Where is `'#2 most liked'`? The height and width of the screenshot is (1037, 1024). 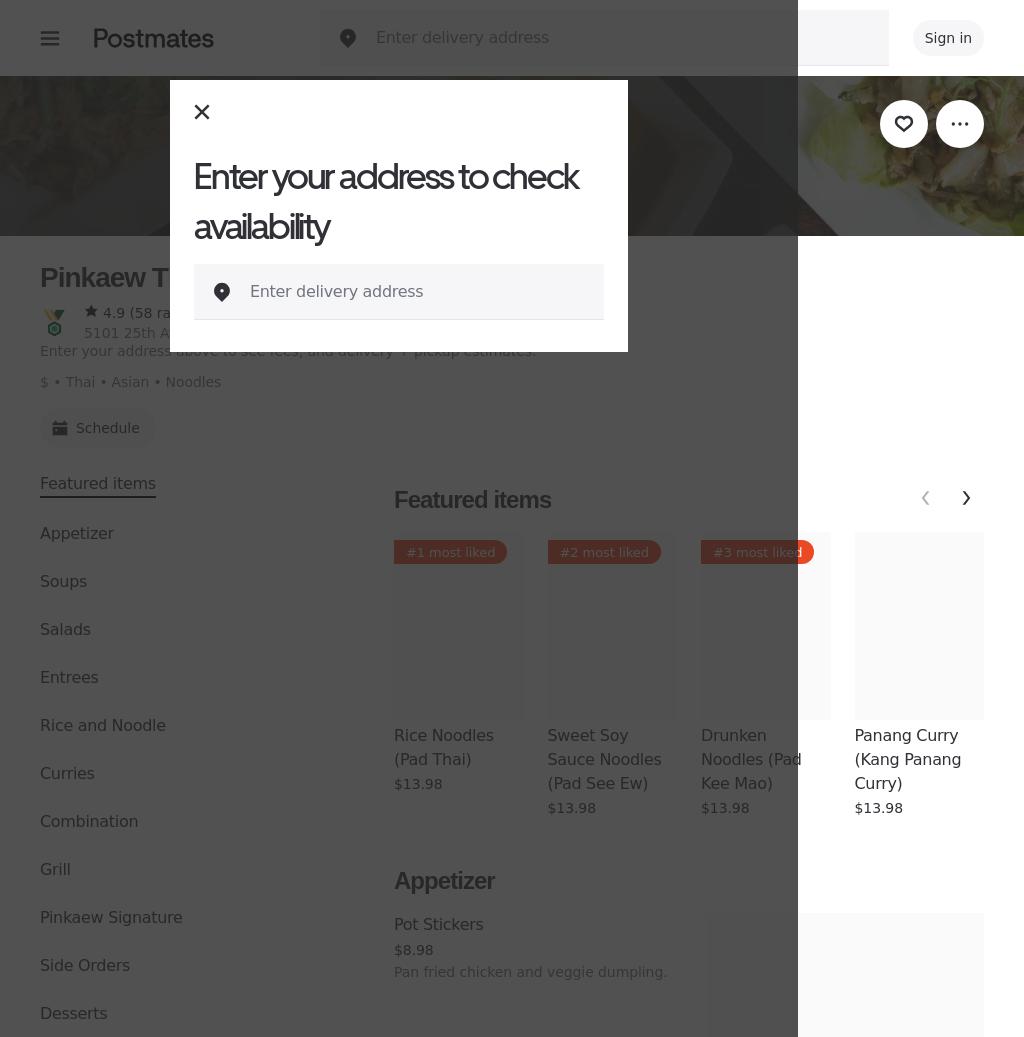
'#2 most liked' is located at coordinates (603, 552).